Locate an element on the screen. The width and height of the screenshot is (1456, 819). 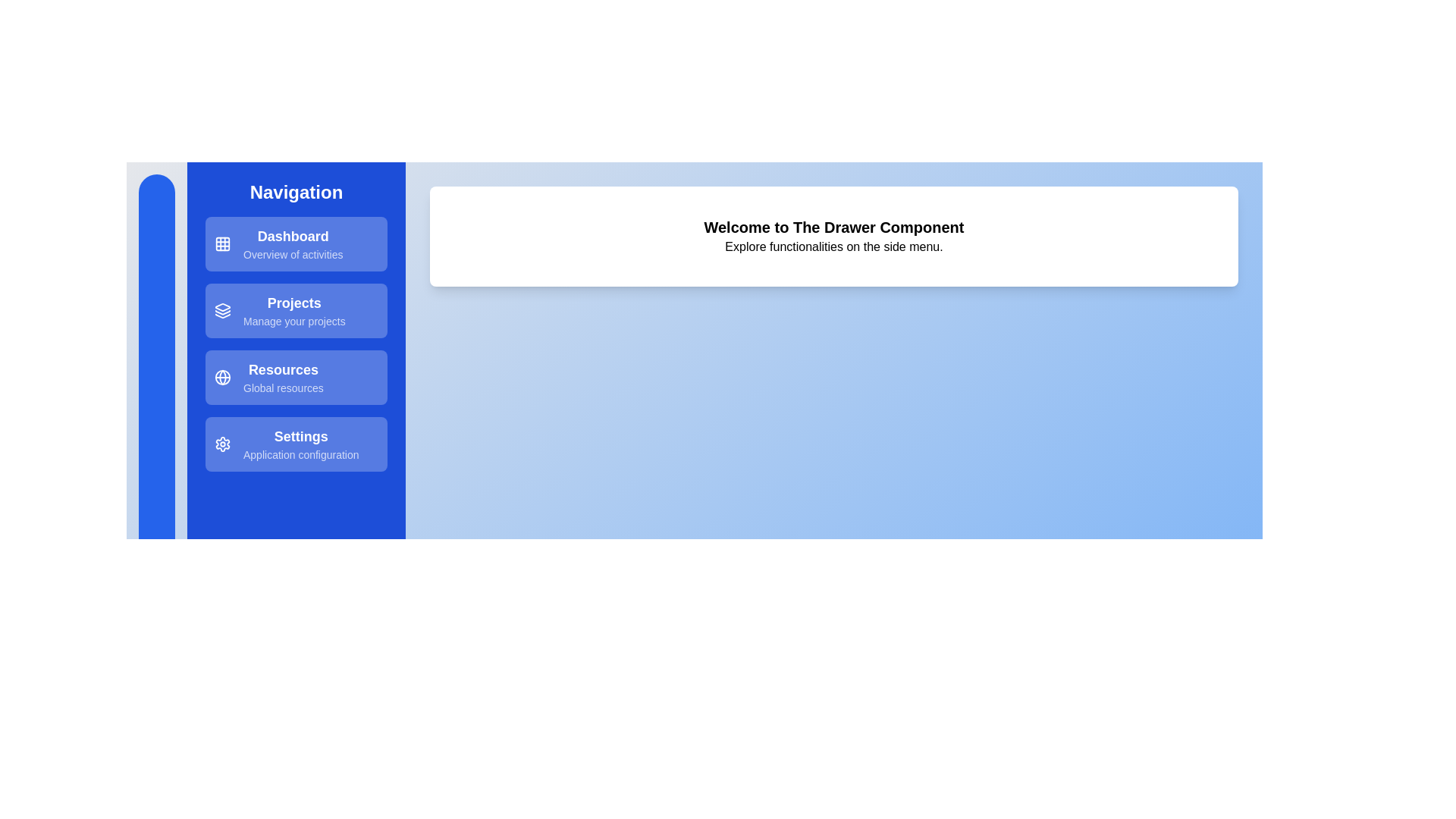
the navigation option Projects is located at coordinates (296, 309).